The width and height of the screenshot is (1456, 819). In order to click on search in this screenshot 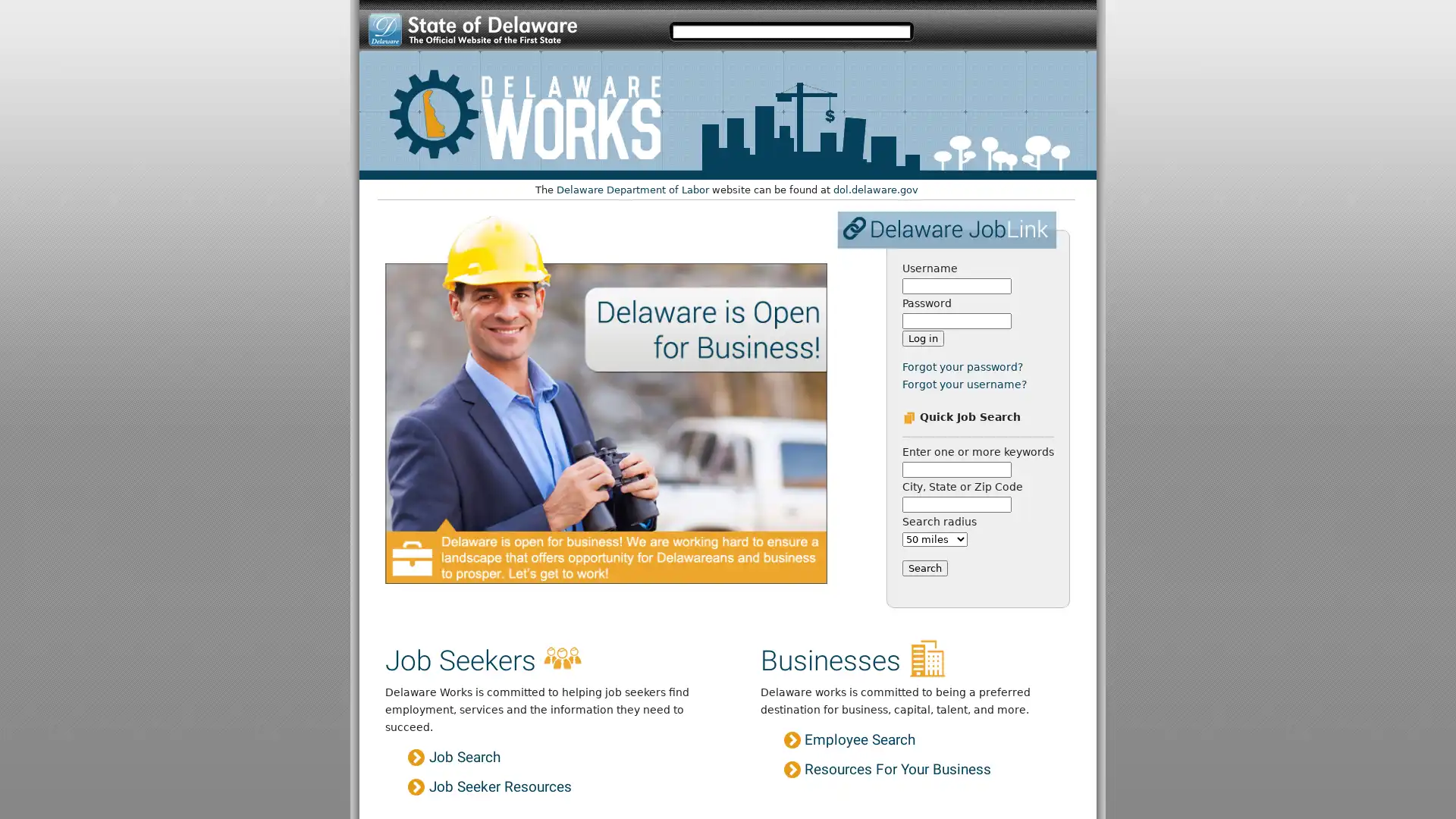, I will do `click(937, 30)`.